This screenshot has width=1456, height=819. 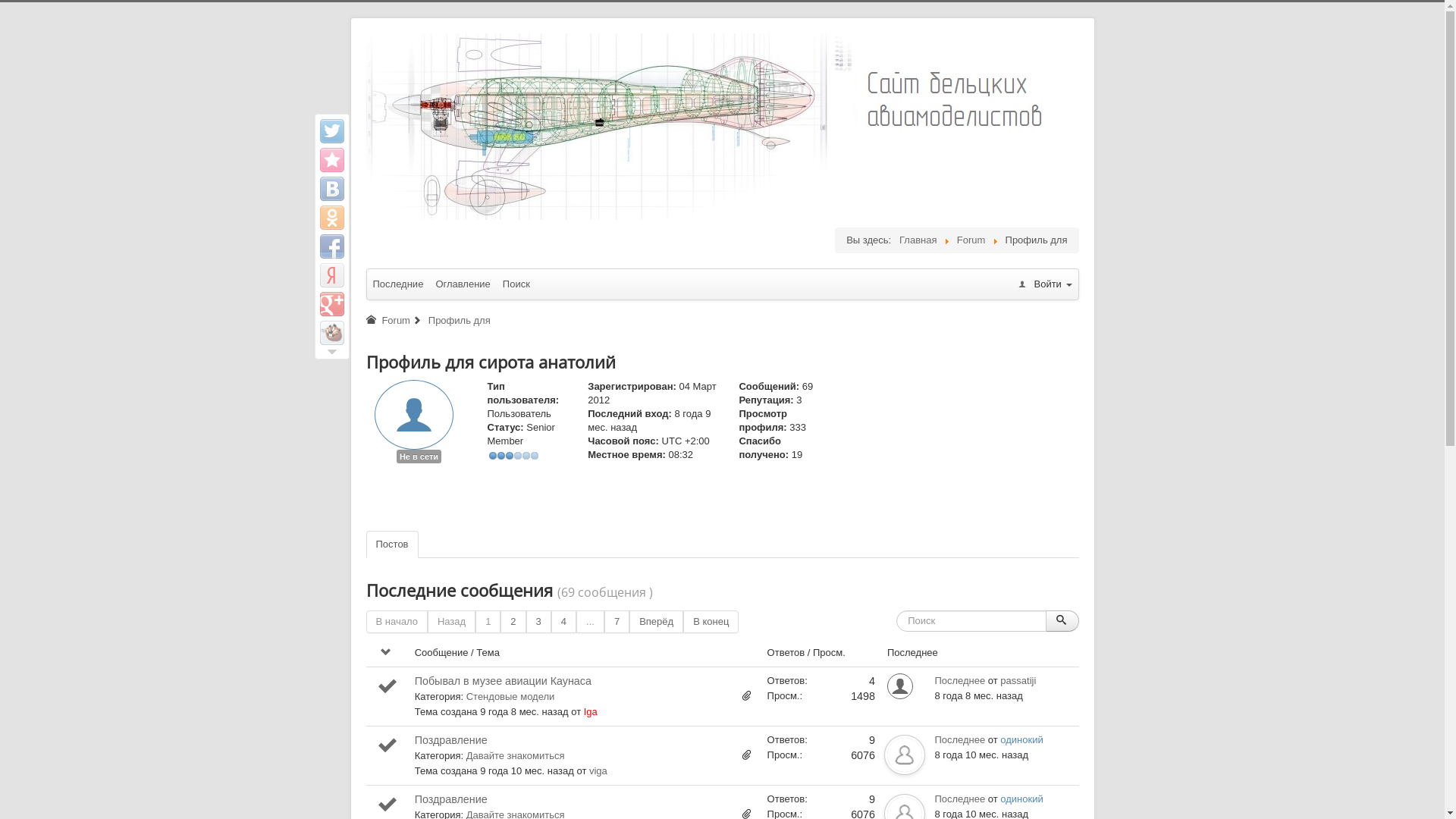 What do you see at coordinates (488, 622) in the screenshot?
I see `'1'` at bounding box center [488, 622].